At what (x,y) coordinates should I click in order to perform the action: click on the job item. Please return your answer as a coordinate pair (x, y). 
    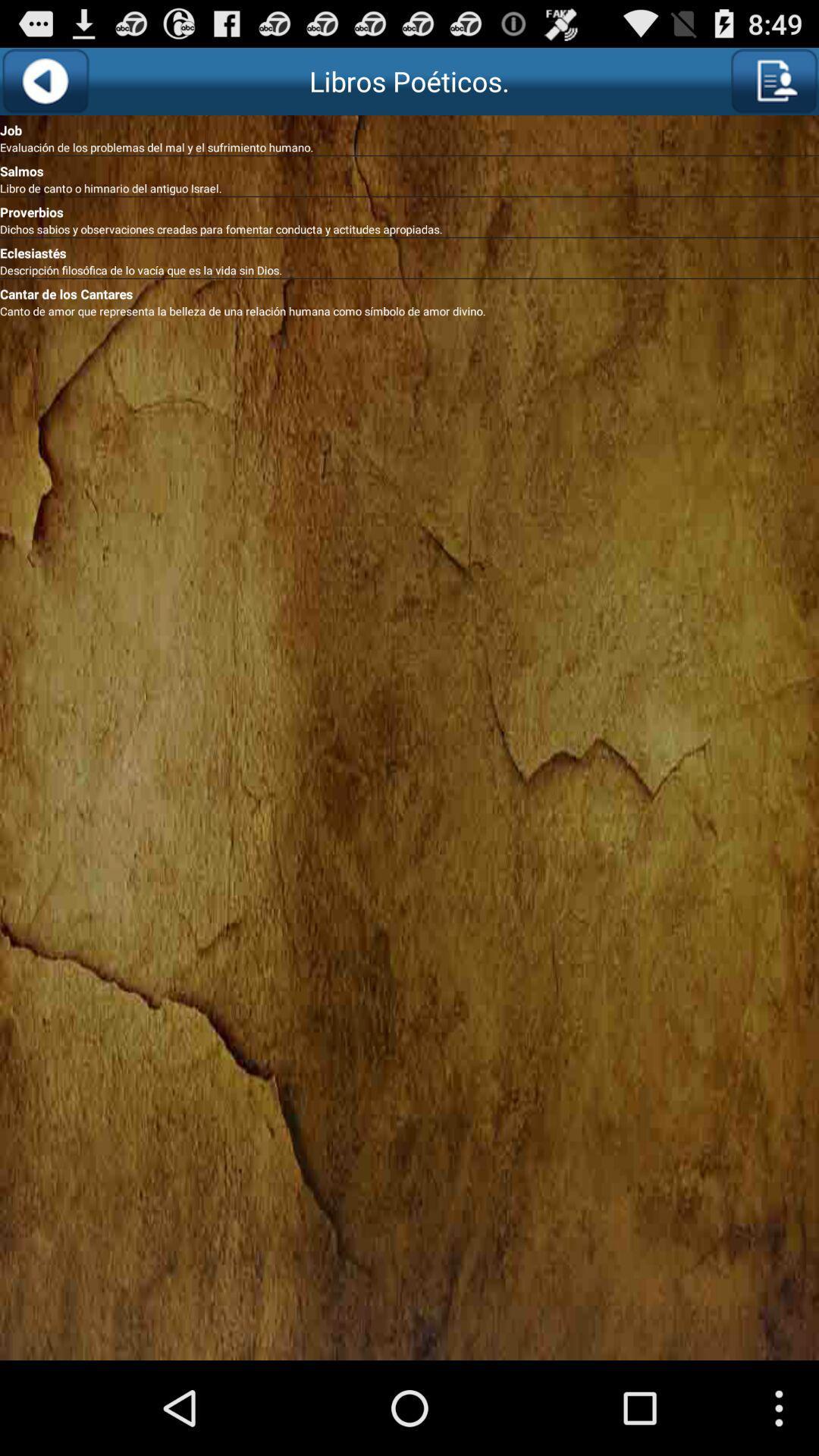
    Looking at the image, I should click on (409, 127).